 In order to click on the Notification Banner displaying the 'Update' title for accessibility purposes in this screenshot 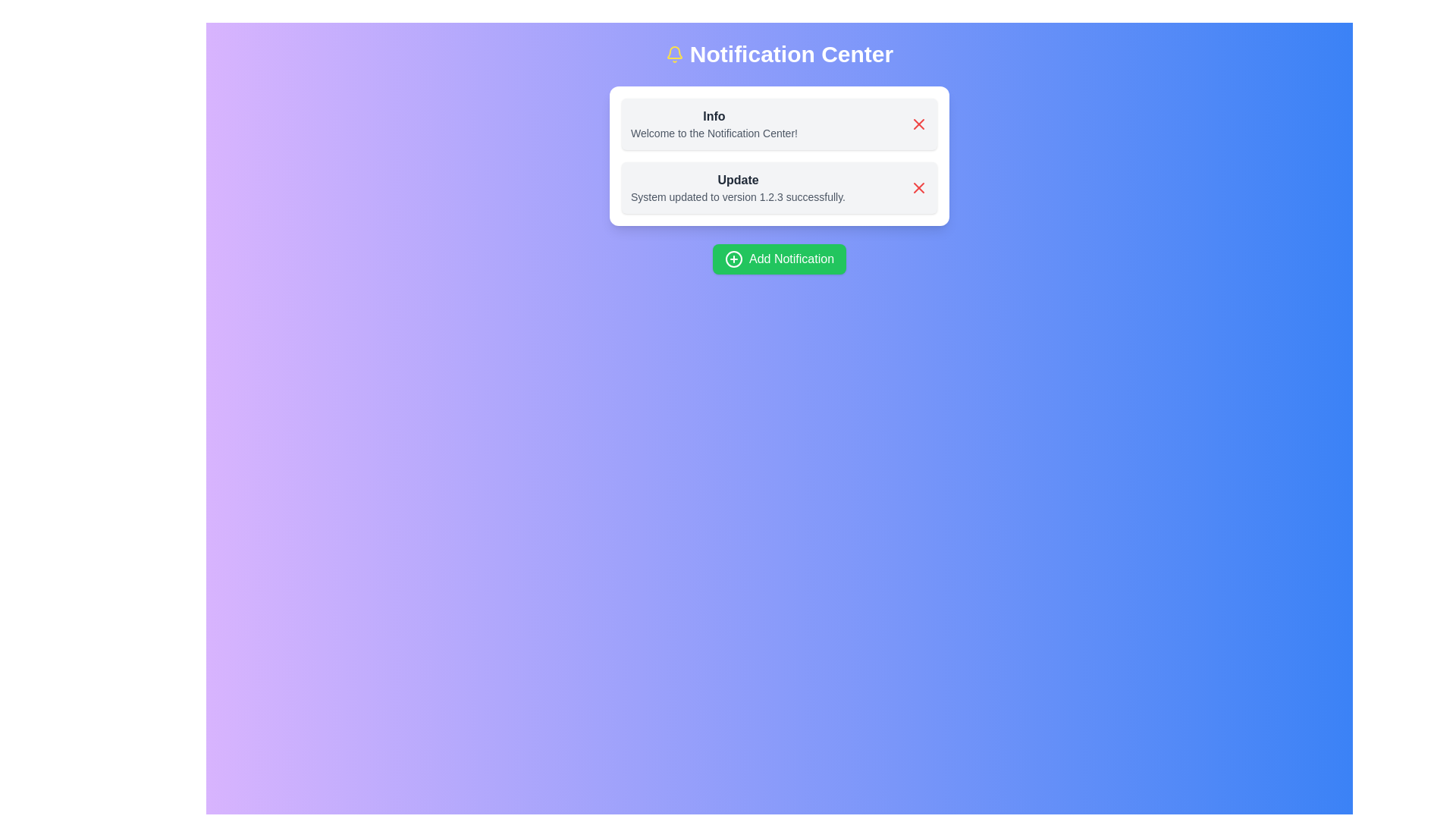, I will do `click(779, 187)`.